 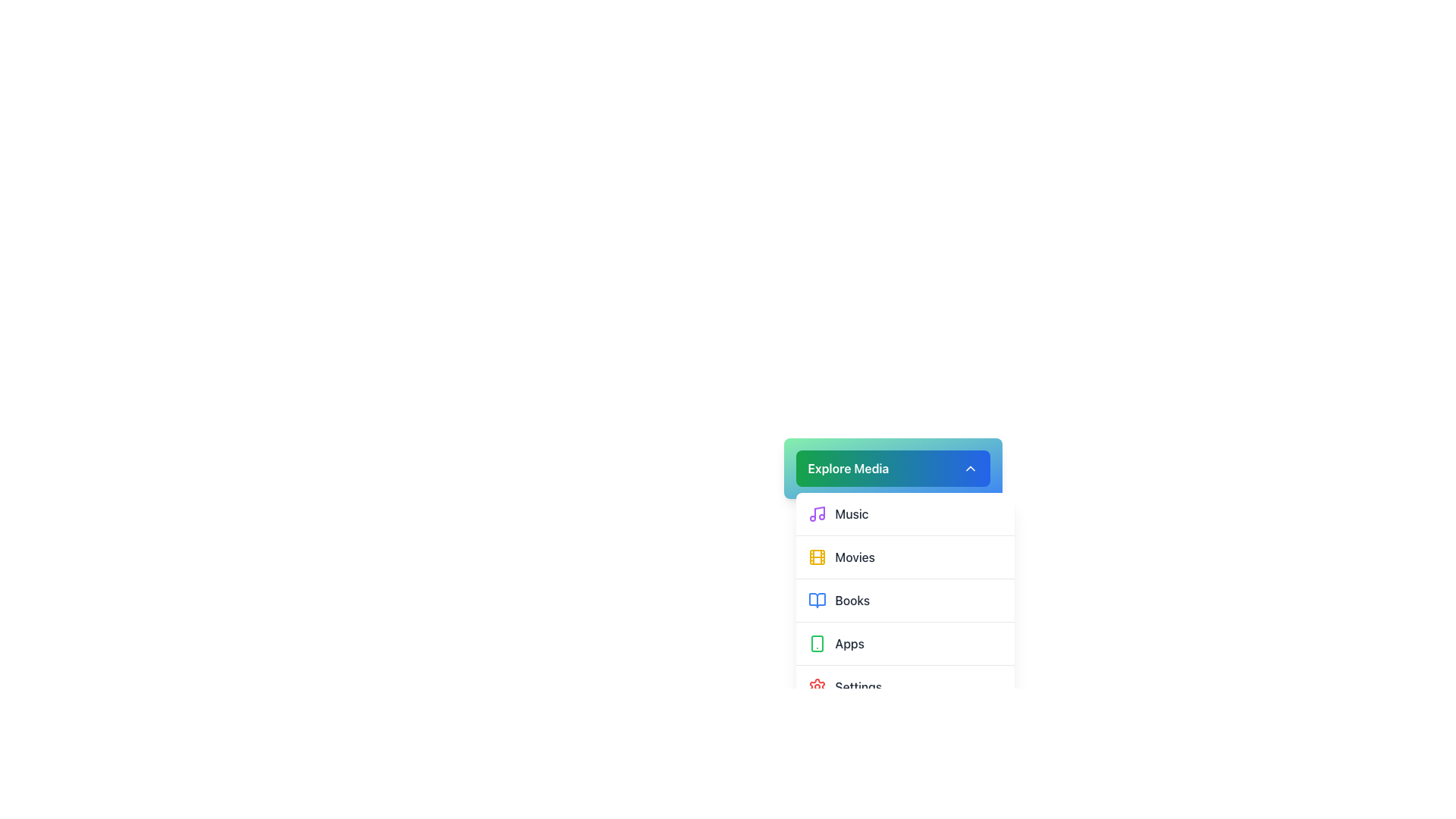 I want to click on the Decorative Icon associated with the 'Music' menu item in the dropdown menu under 'Explore Media', so click(x=818, y=512).